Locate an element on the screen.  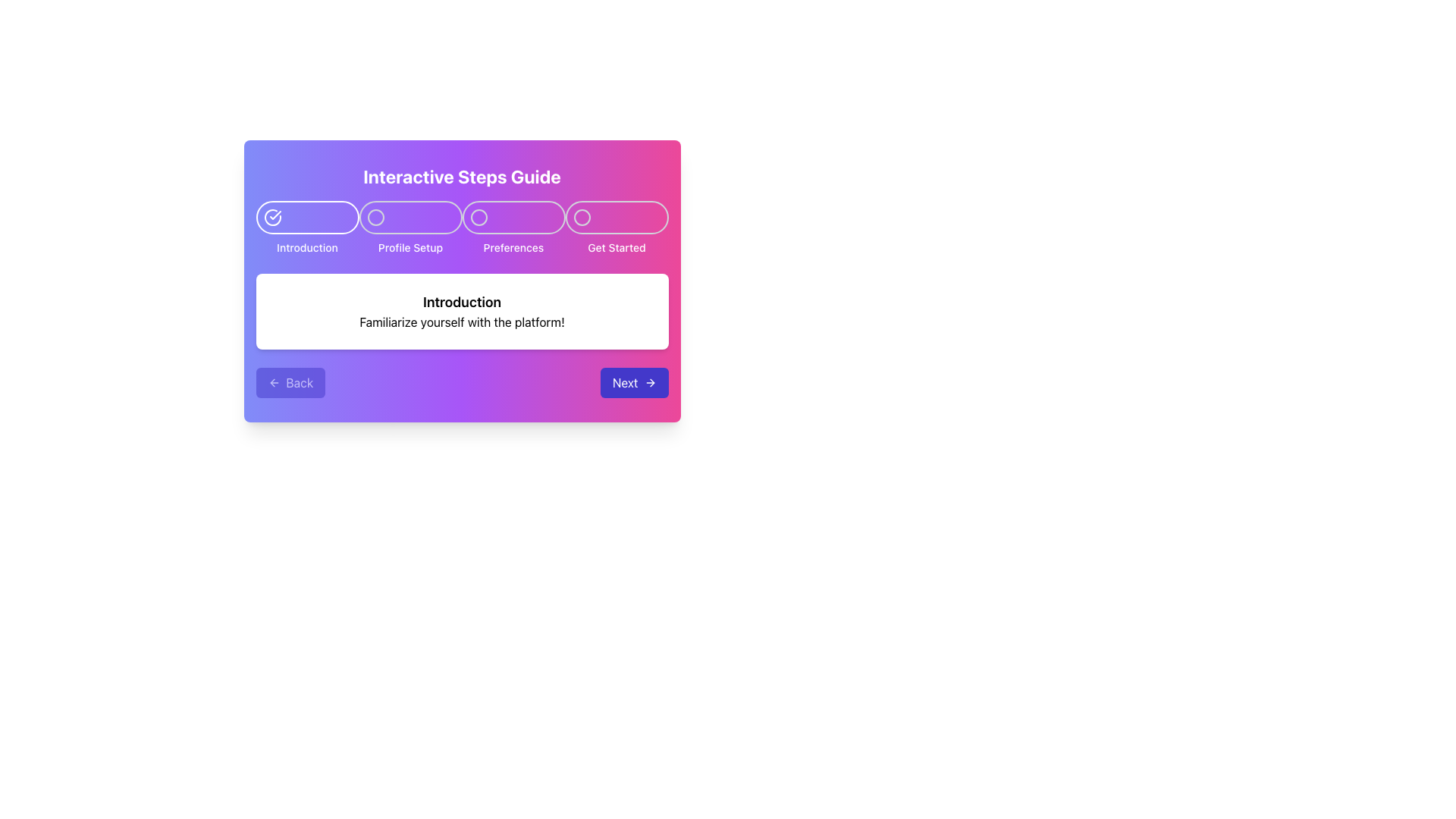
the second circular progress indicator styled with a light border and gray color, which is part of the Interactive Steps Guide is located at coordinates (410, 217).